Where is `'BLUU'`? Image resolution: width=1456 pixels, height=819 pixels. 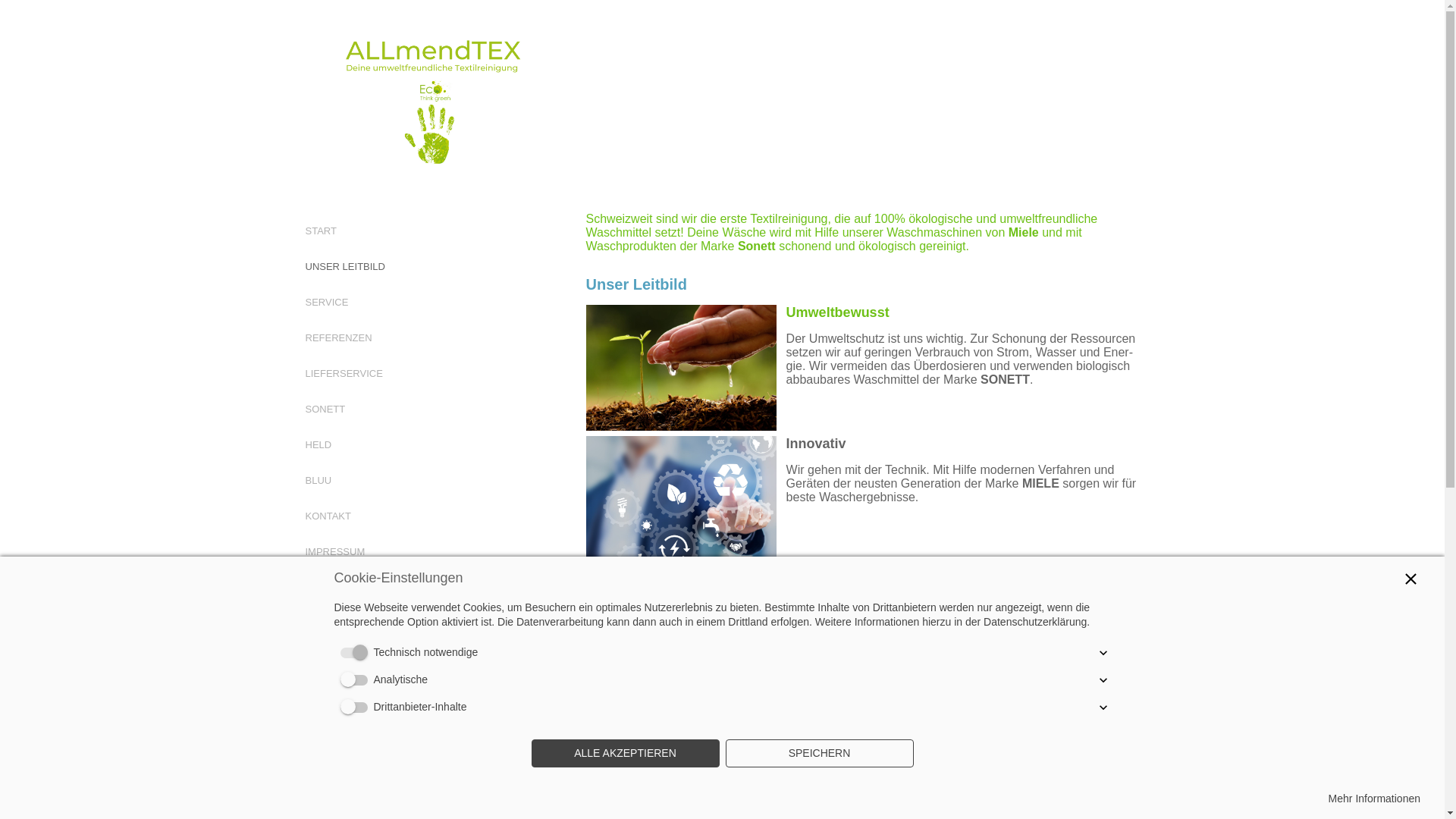
'BLUU' is located at coordinates (317, 480).